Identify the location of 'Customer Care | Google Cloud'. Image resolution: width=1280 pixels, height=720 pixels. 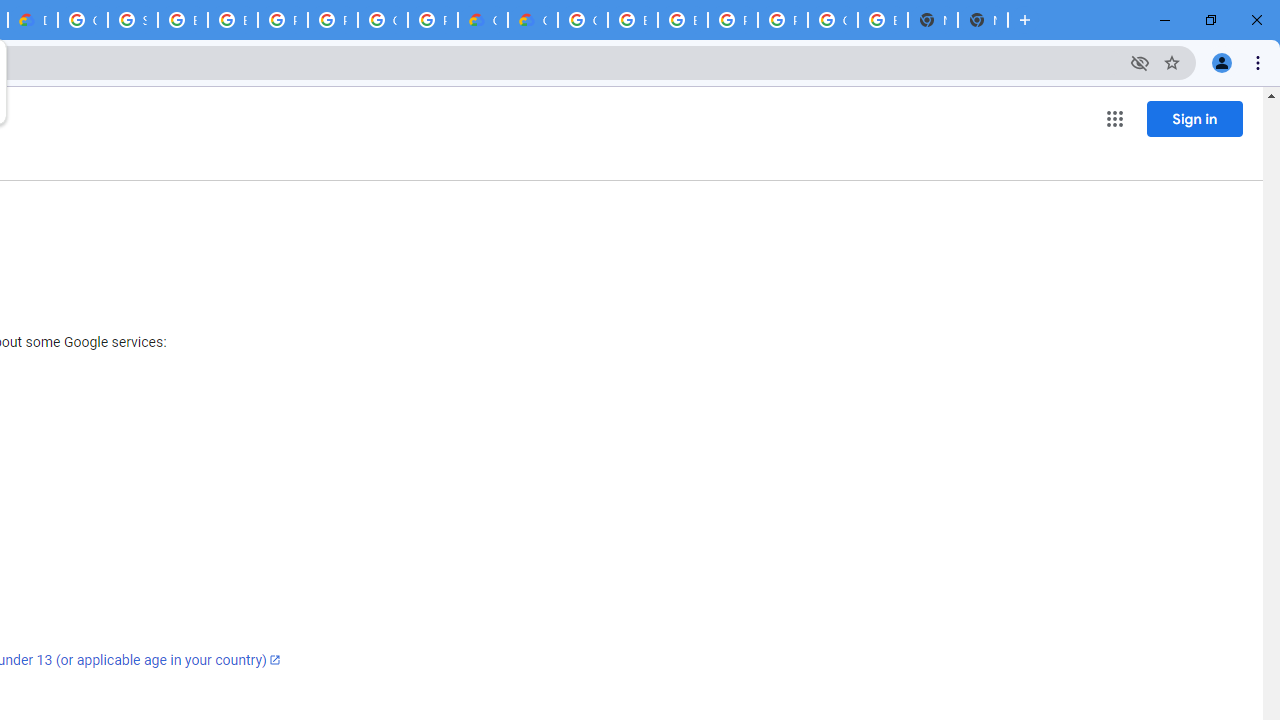
(483, 20).